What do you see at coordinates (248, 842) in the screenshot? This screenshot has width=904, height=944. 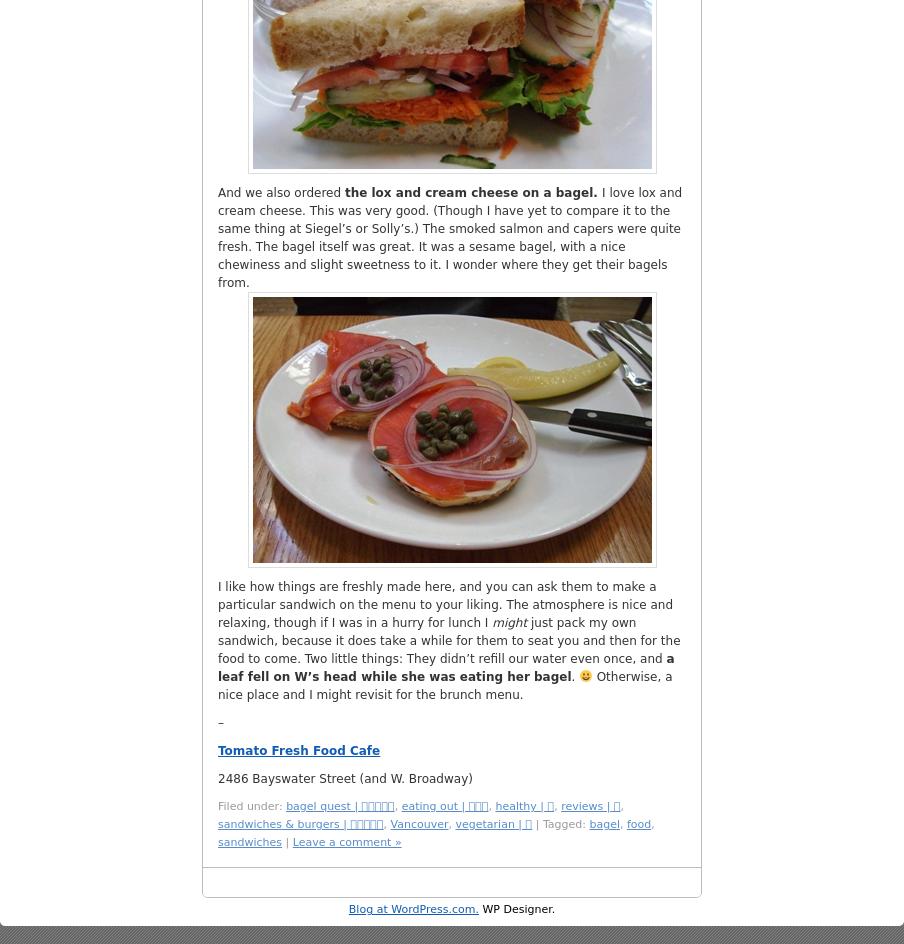 I see `'sandwiches'` at bounding box center [248, 842].